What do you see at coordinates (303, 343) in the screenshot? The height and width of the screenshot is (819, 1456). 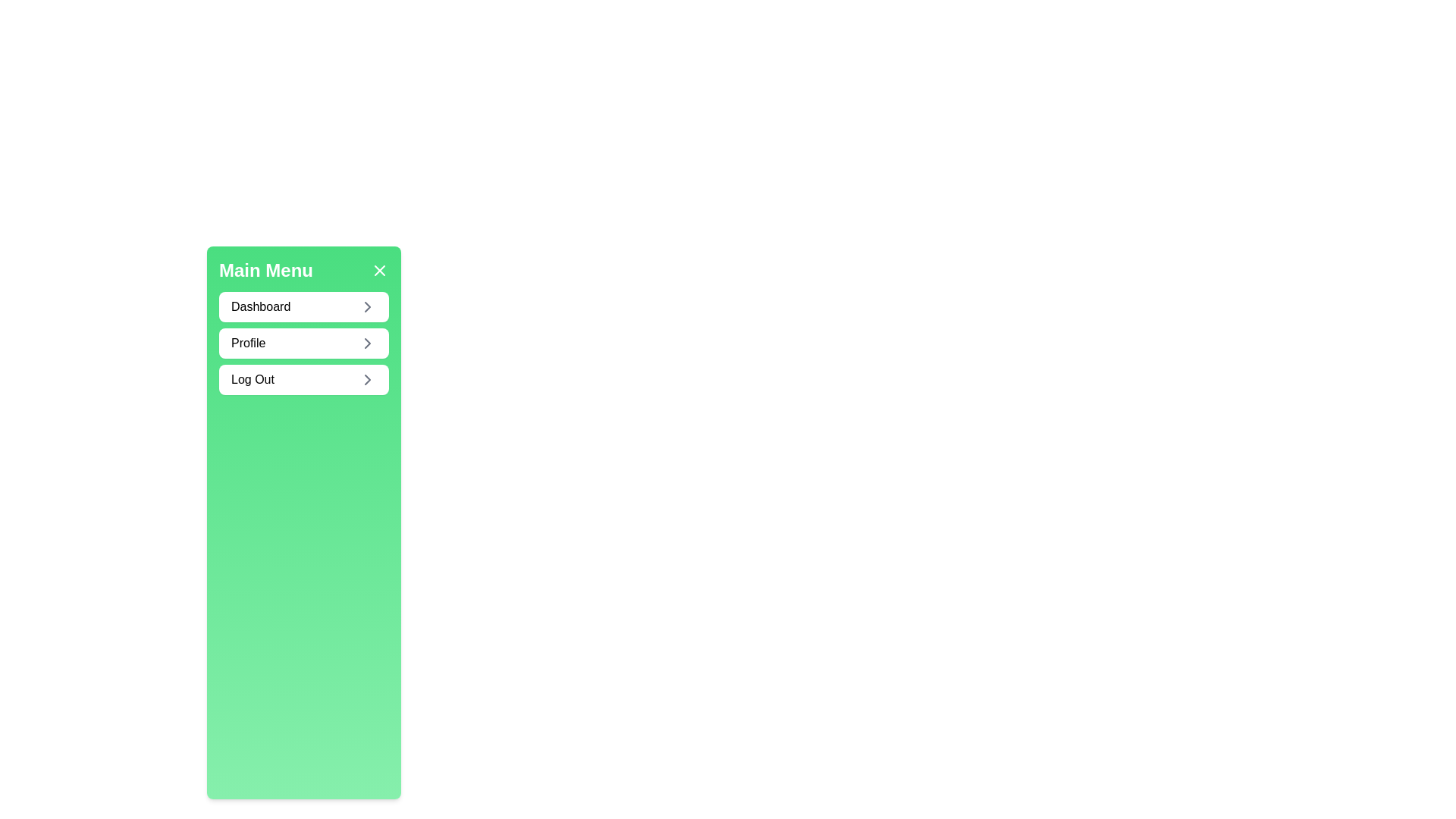 I see `the menu item labeled Profile` at bounding box center [303, 343].